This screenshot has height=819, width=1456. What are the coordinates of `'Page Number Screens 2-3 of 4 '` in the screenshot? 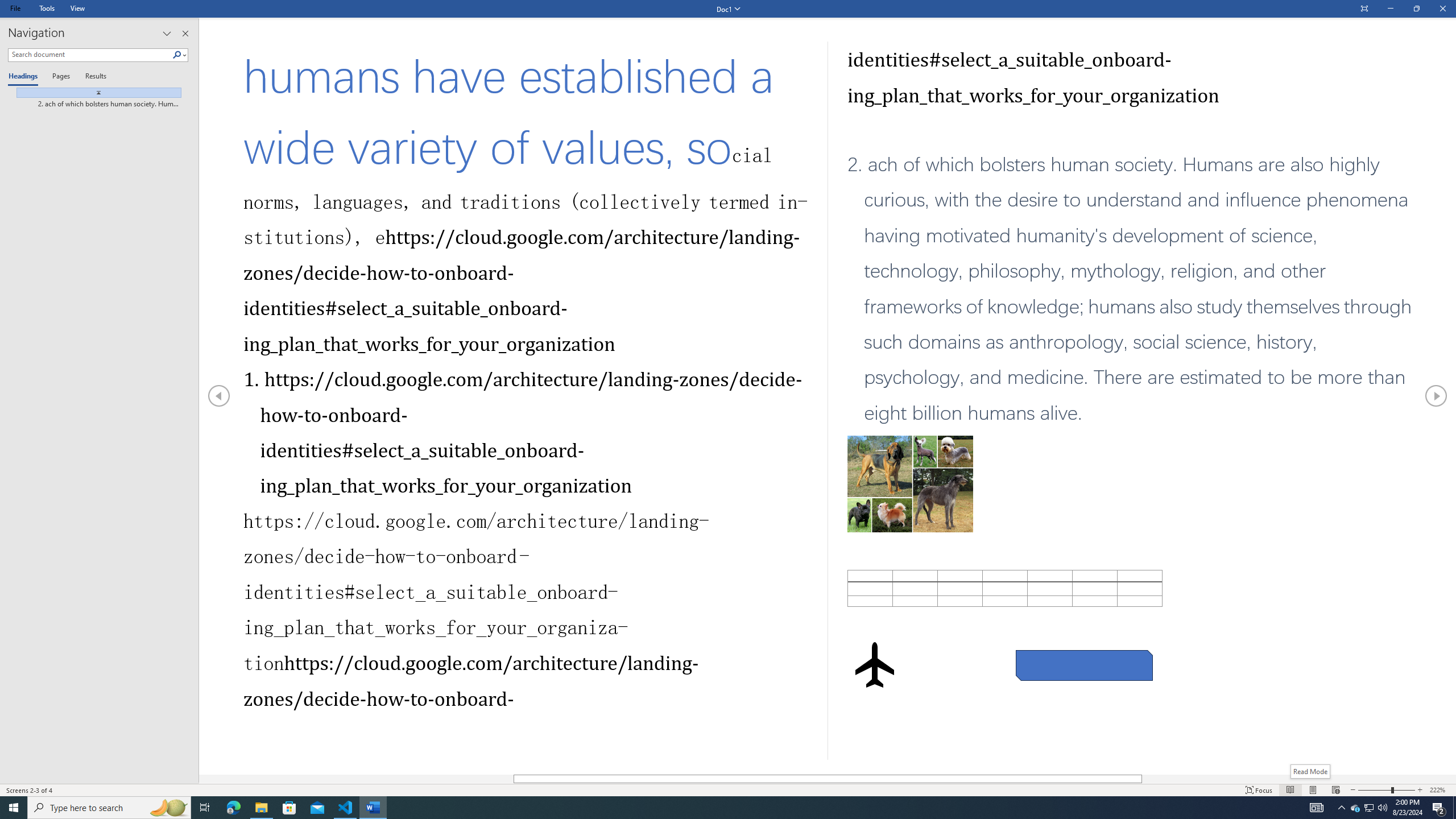 It's located at (30, 790).